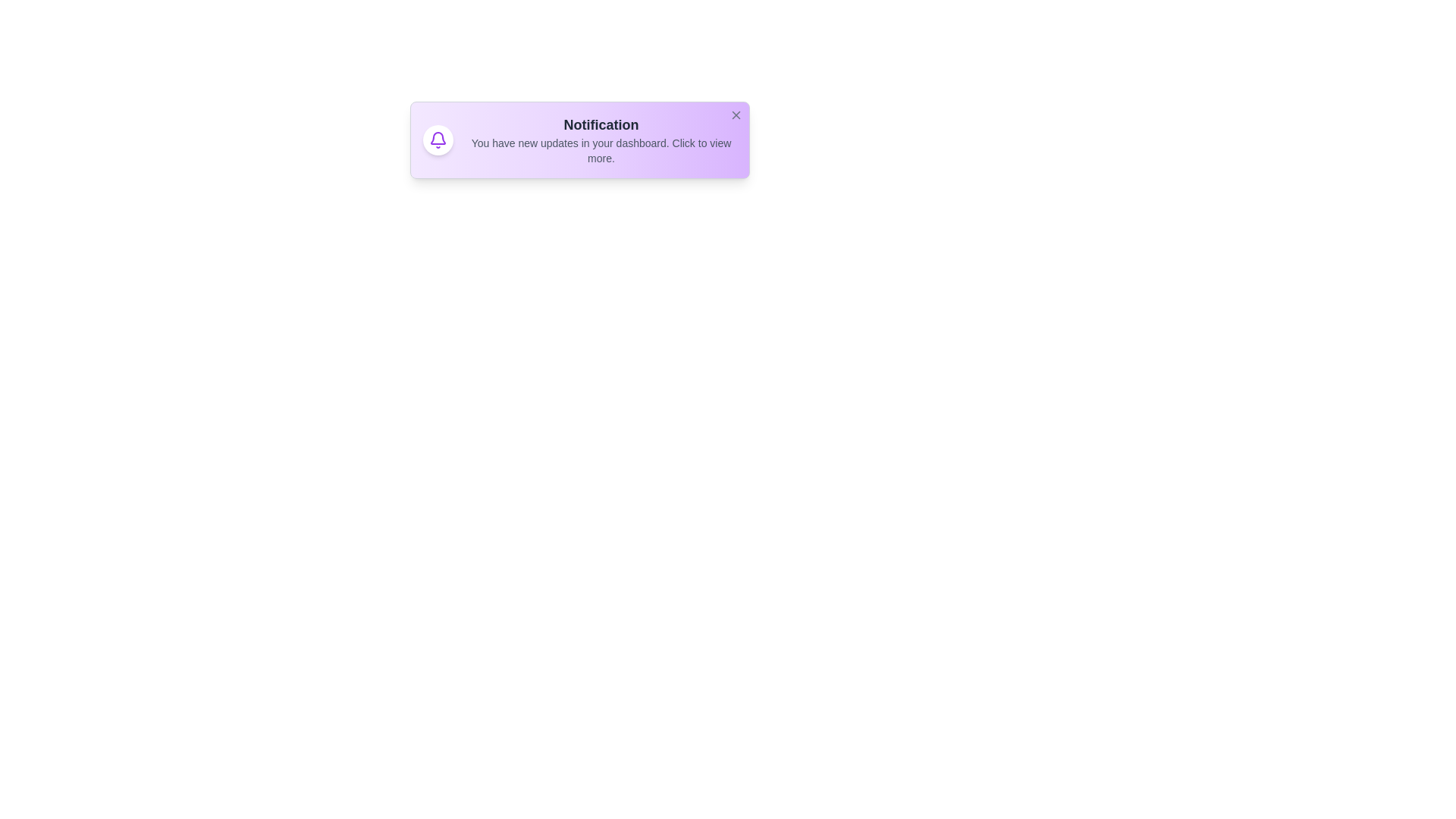  What do you see at coordinates (437, 140) in the screenshot?
I see `the purple bell-shaped notification icon, which is centrally placed within a circular button on the left side of the notification bar` at bounding box center [437, 140].